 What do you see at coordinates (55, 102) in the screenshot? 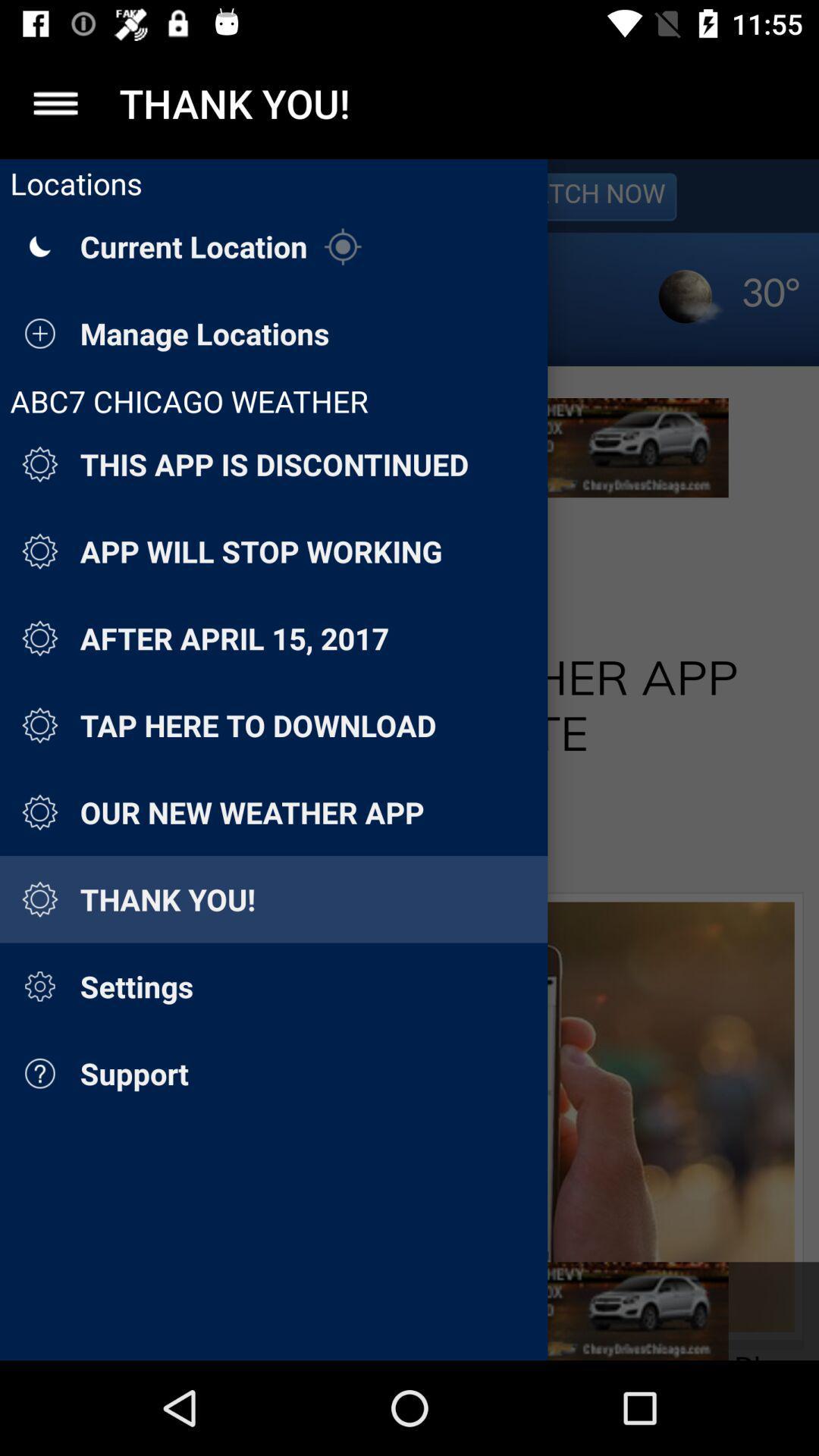
I see `icon next to the thank you! app` at bounding box center [55, 102].